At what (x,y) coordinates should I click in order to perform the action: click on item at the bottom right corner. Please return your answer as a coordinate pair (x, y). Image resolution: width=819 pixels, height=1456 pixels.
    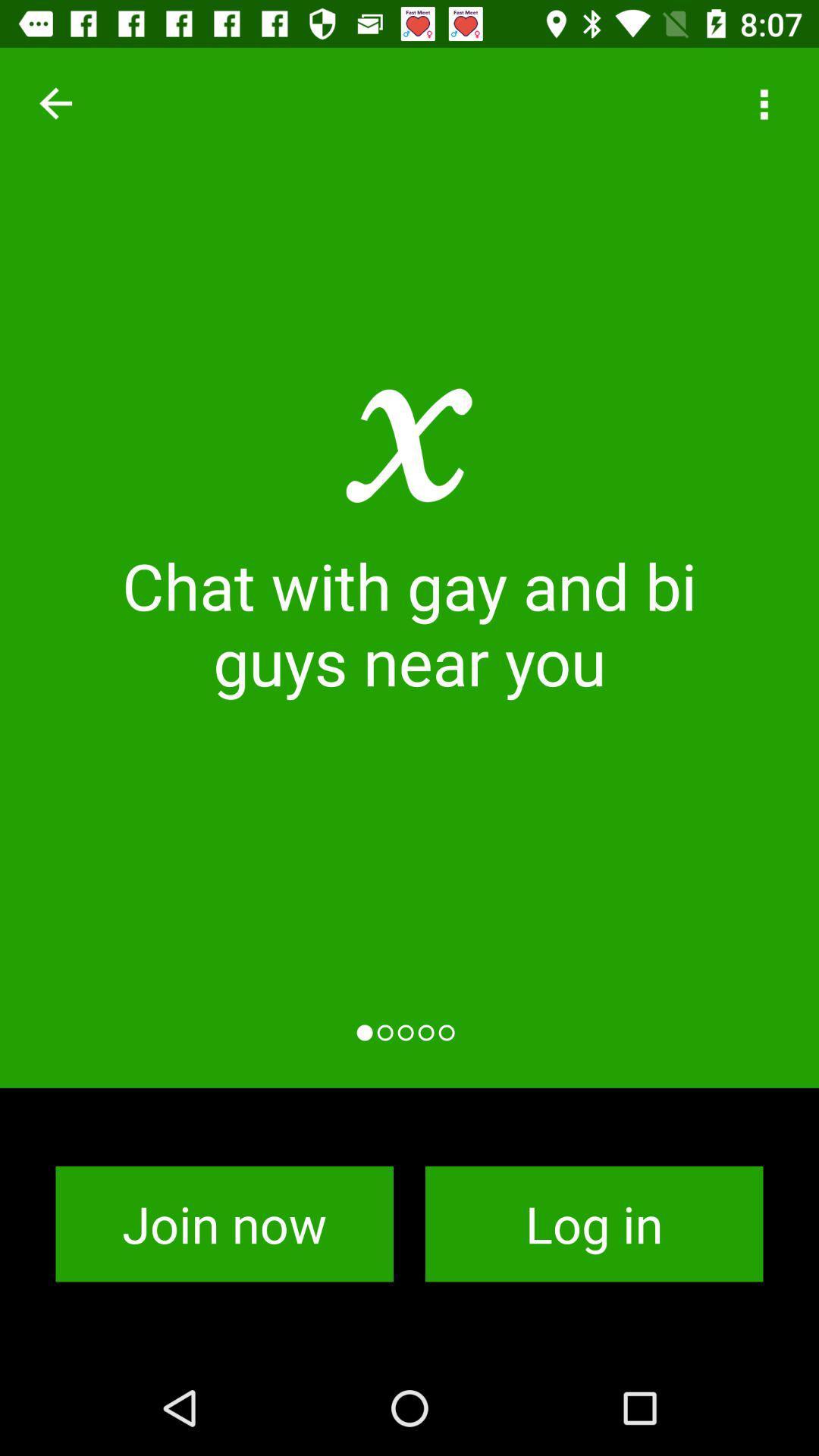
    Looking at the image, I should click on (593, 1224).